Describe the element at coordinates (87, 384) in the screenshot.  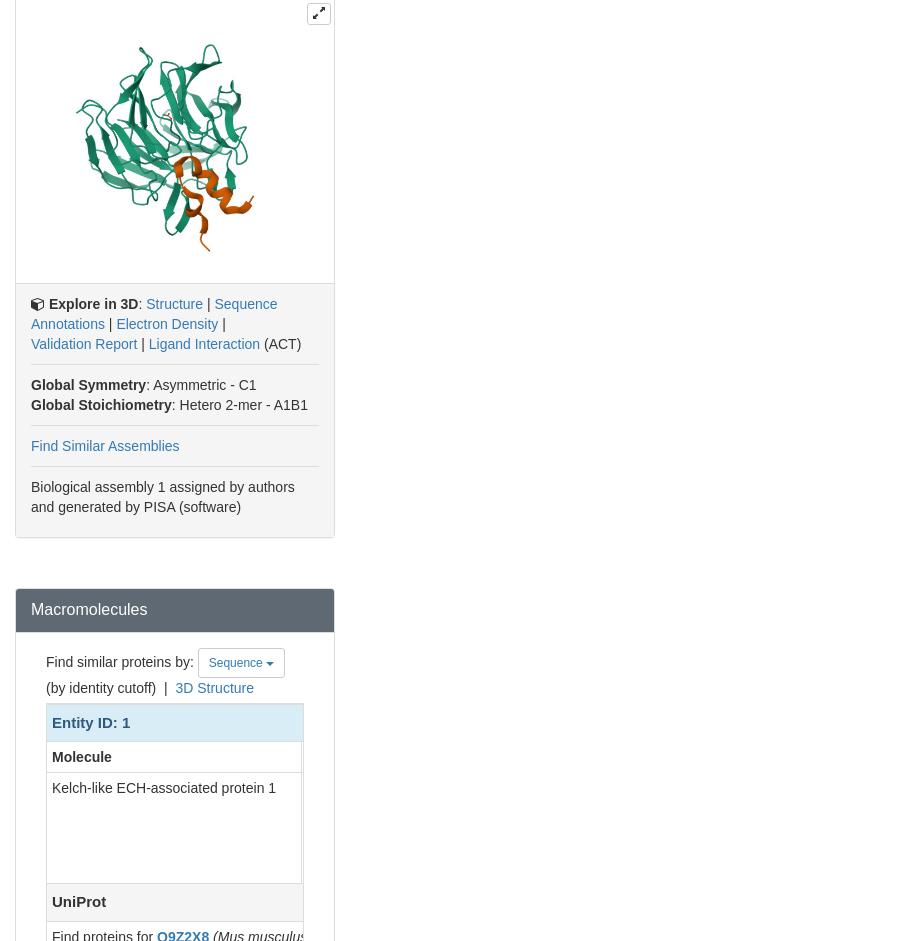
I see `'Global Symmetry'` at that location.